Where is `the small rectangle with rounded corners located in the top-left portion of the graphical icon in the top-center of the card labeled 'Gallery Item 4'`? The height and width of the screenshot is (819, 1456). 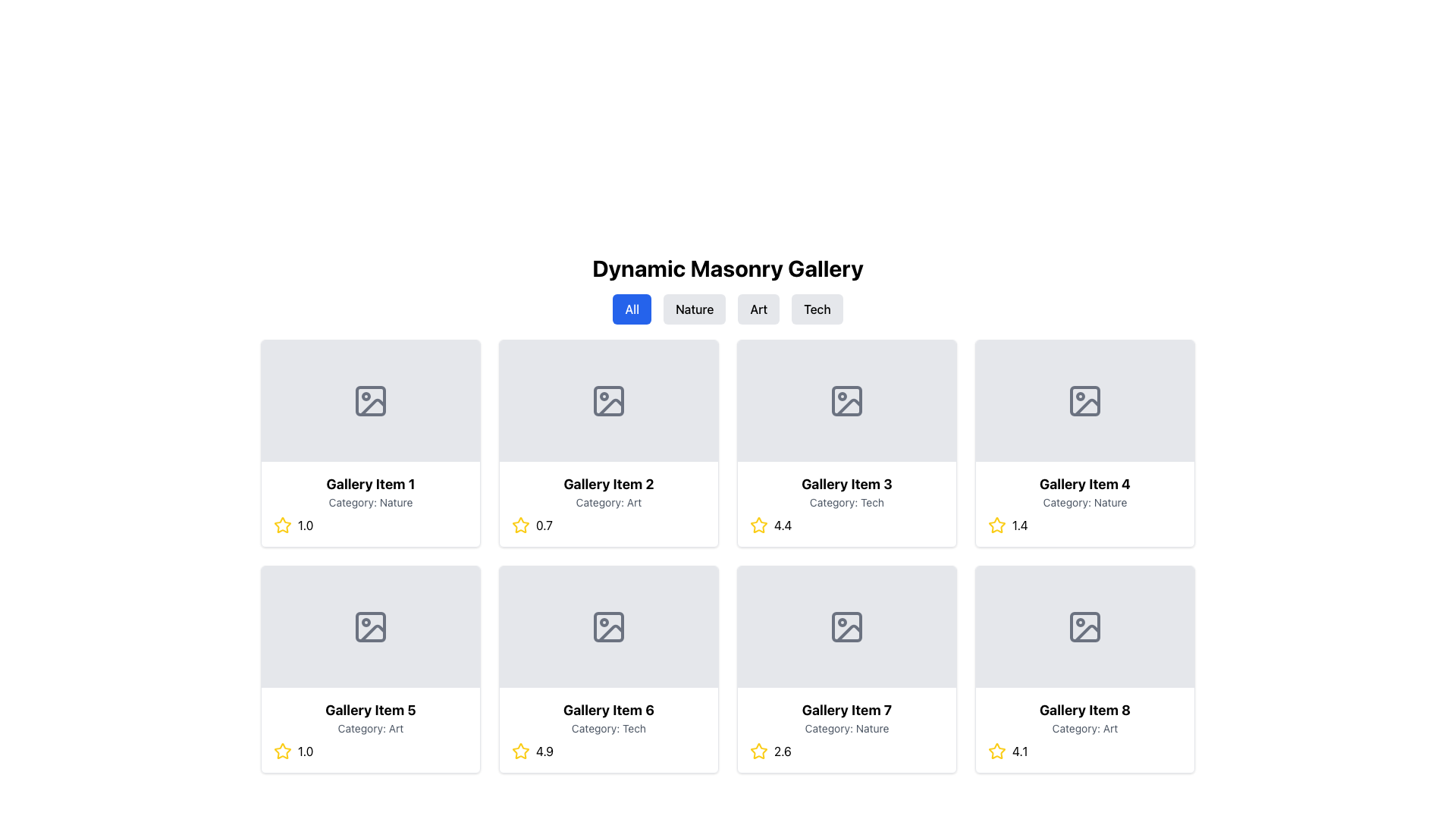 the small rectangle with rounded corners located in the top-left portion of the graphical icon in the top-center of the card labeled 'Gallery Item 4' is located at coordinates (1084, 400).